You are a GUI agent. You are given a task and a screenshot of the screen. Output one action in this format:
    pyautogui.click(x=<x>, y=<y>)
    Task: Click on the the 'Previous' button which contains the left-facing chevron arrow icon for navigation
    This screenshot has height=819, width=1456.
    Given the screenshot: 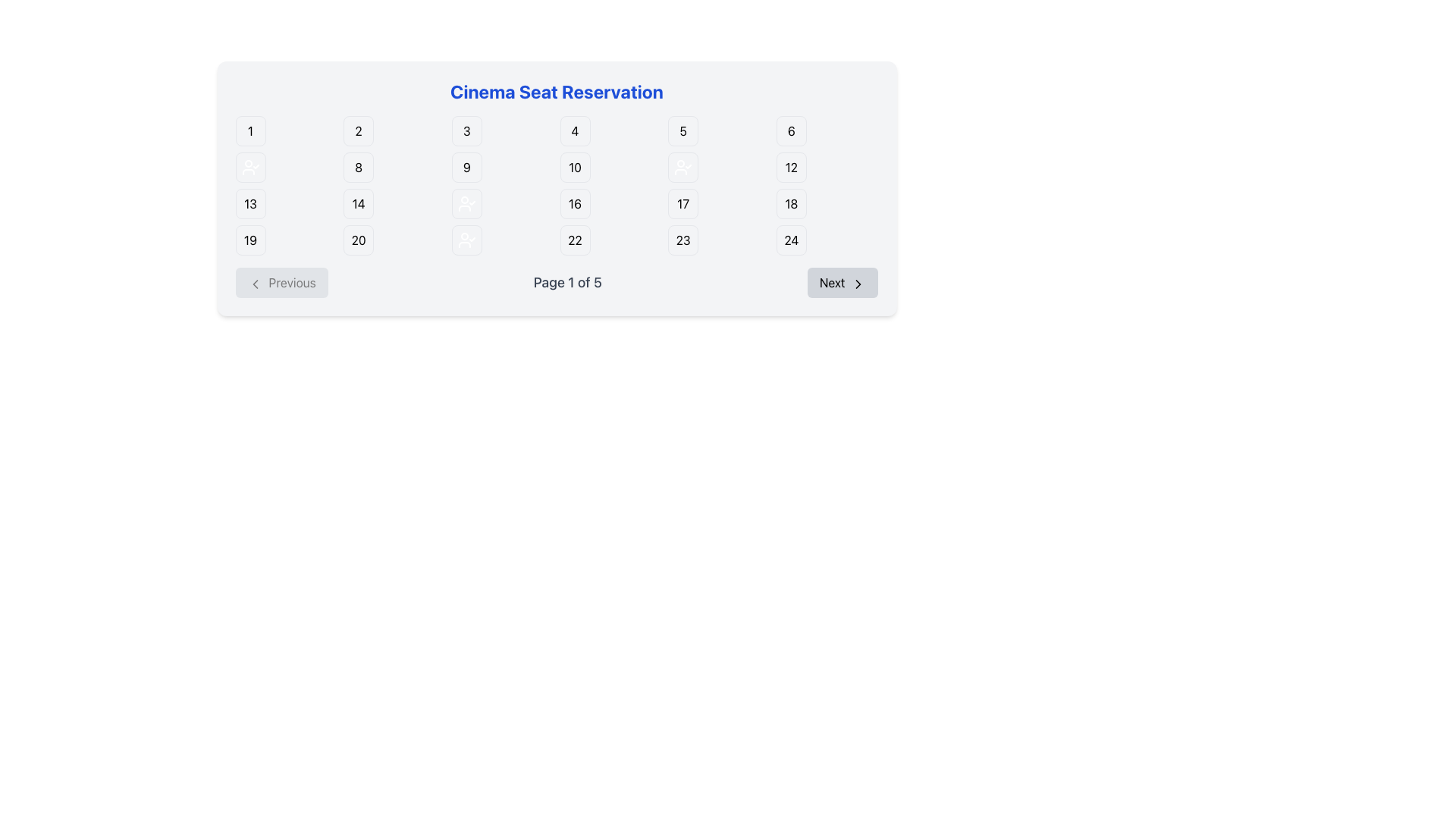 What is the action you would take?
    pyautogui.click(x=255, y=284)
    